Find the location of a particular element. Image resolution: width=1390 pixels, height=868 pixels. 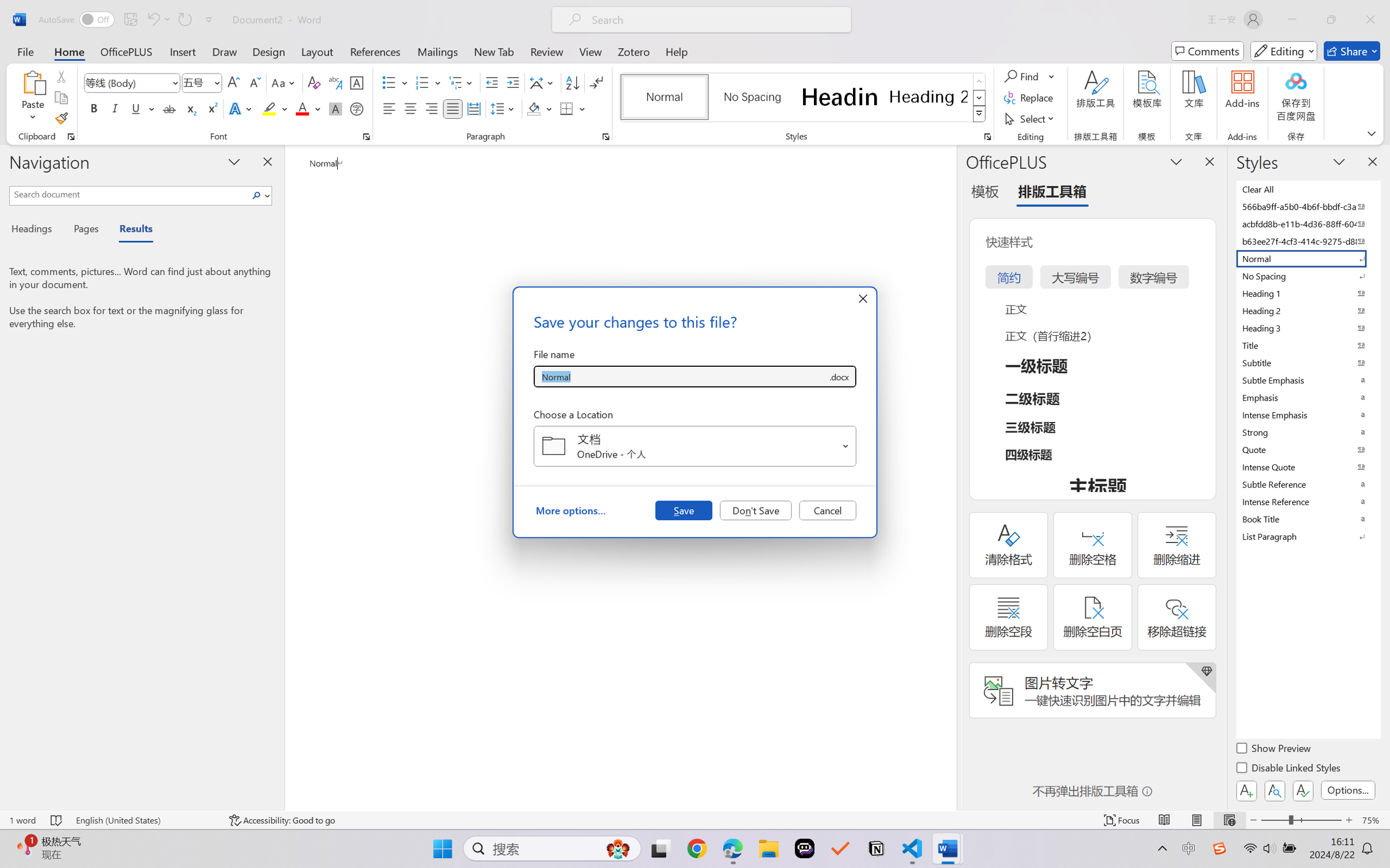

'Subtitle' is located at coordinates (1307, 362).